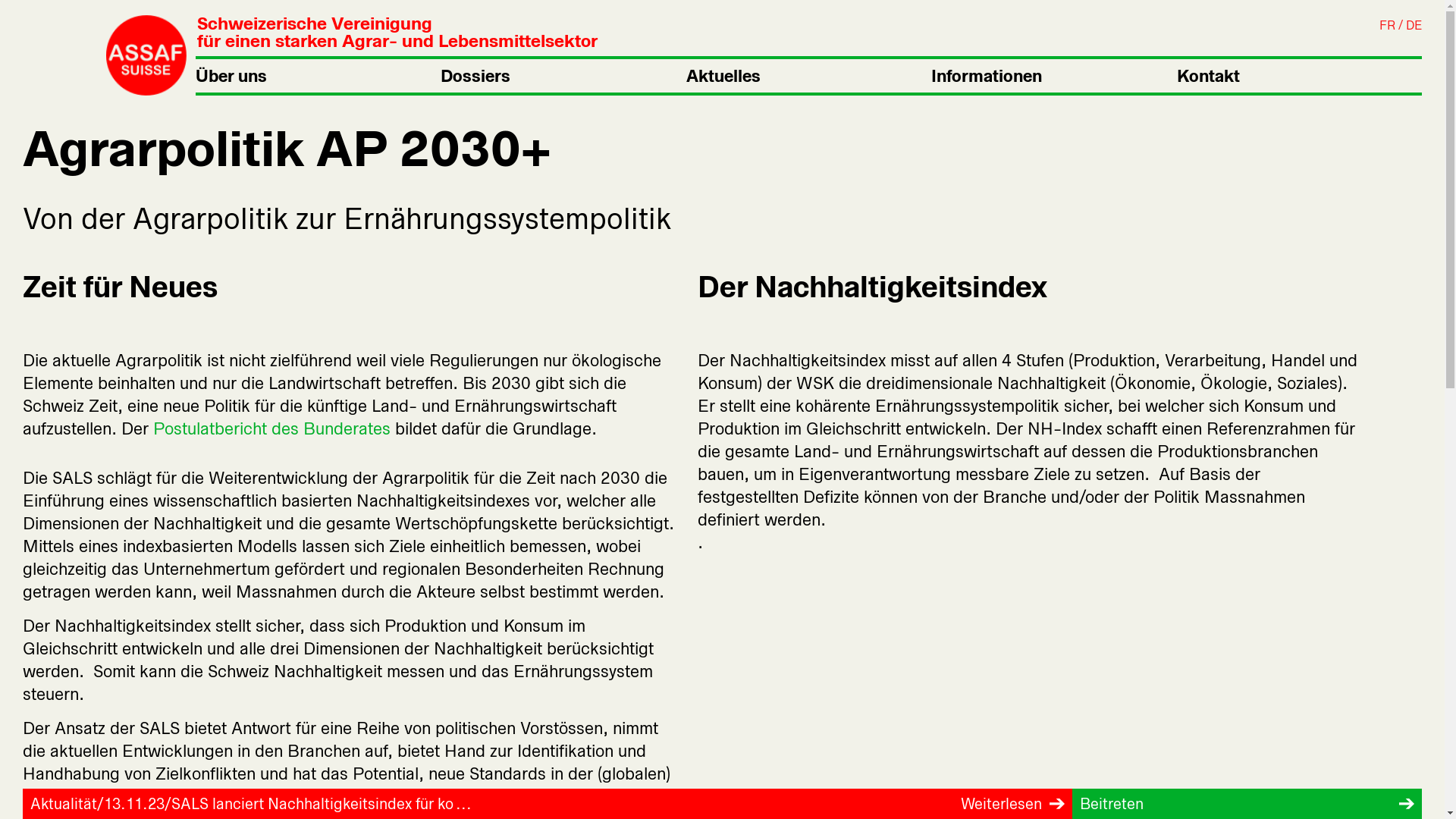 The width and height of the screenshot is (1456, 819). What do you see at coordinates (1413, 25) in the screenshot?
I see `'DE'` at bounding box center [1413, 25].